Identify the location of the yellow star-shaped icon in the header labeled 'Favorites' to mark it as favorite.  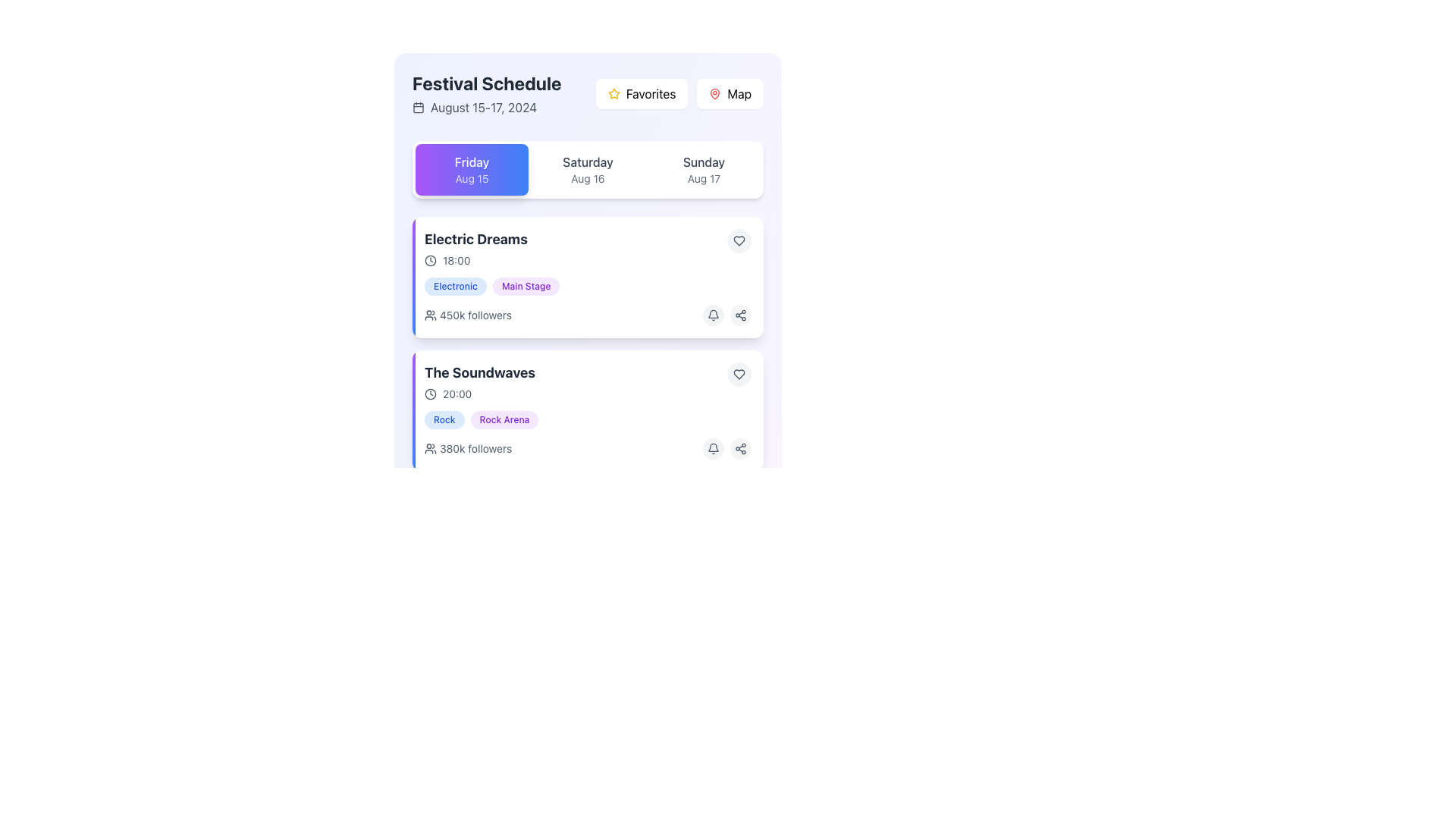
(614, 93).